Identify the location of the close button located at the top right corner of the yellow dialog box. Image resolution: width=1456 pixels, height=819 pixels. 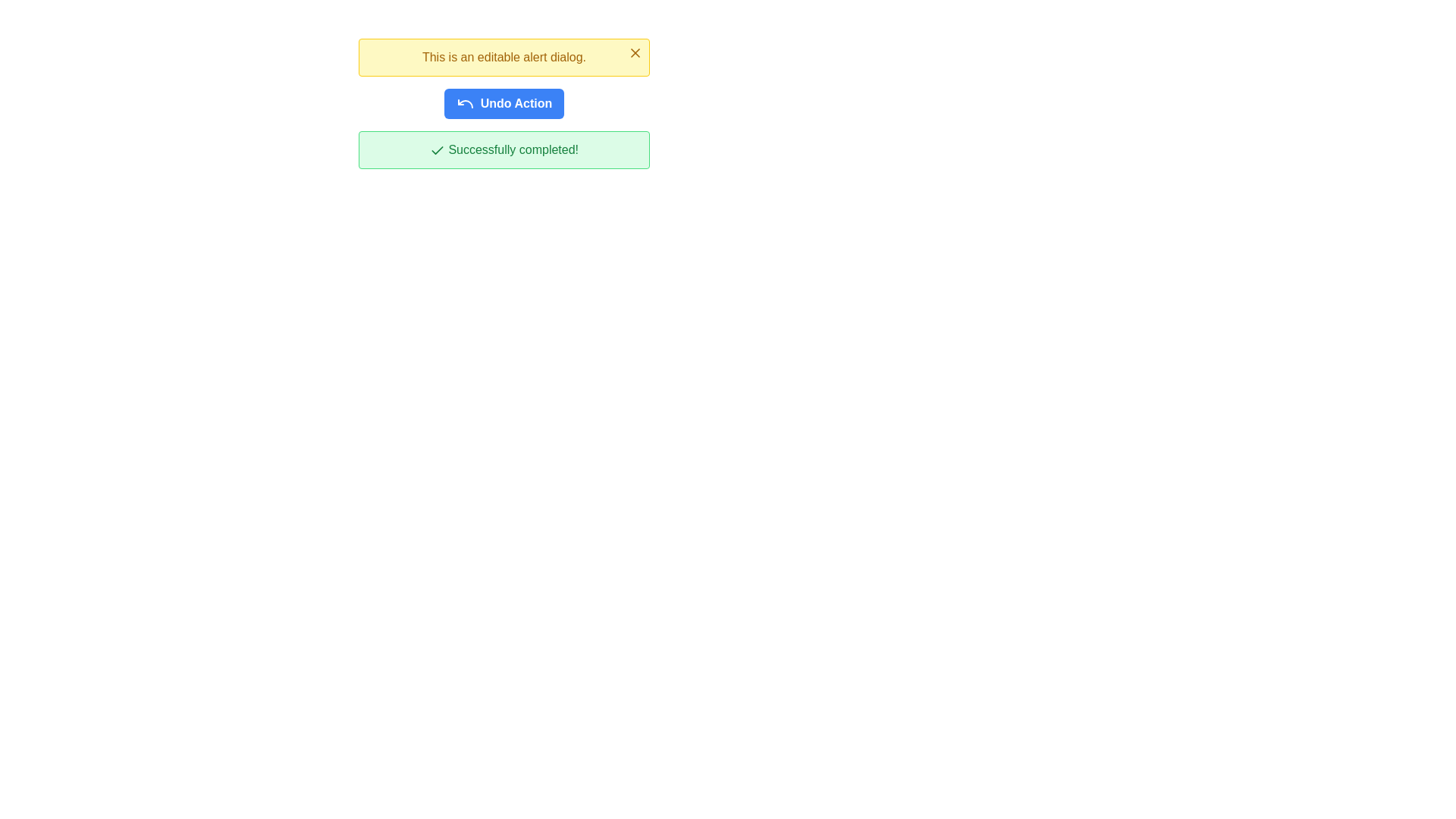
(635, 52).